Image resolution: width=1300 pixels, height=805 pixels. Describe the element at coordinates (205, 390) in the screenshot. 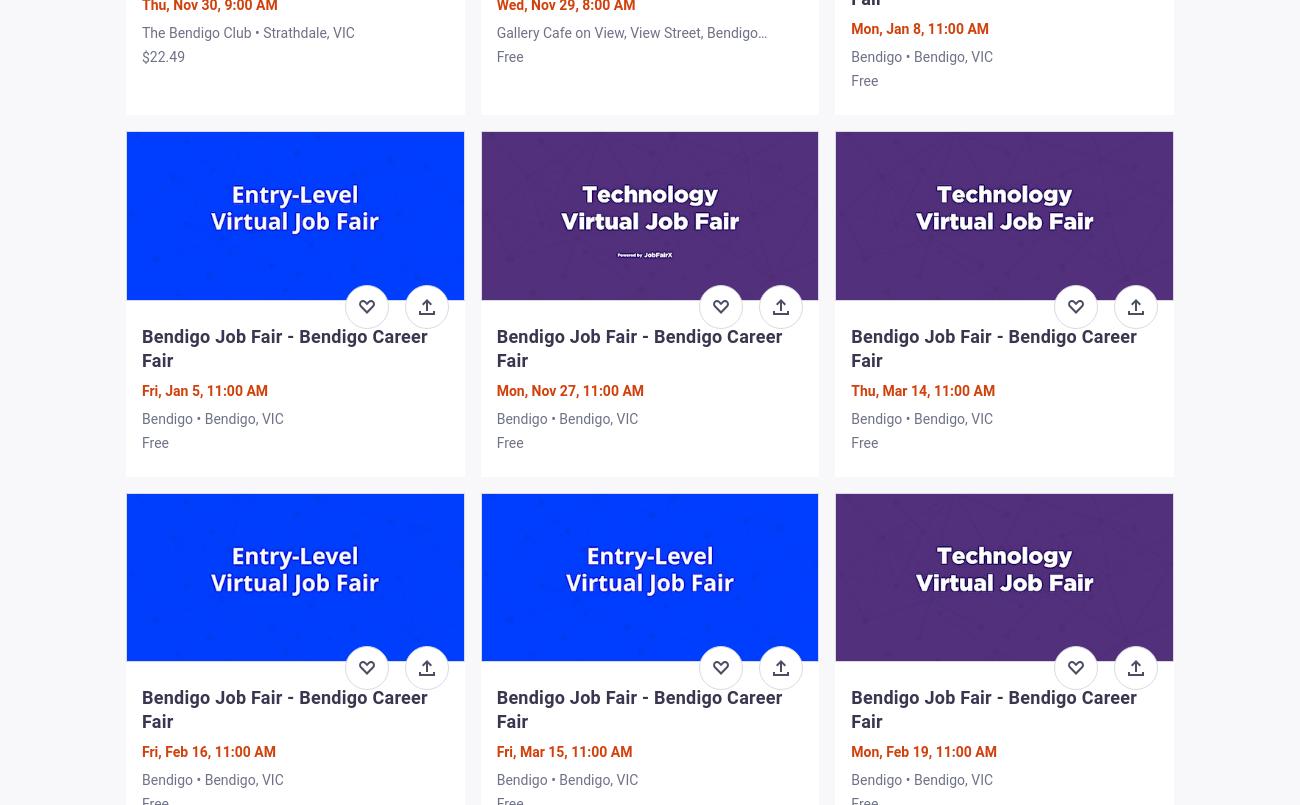

I see `'Fri, Jan 5, 11:00 AM'` at that location.